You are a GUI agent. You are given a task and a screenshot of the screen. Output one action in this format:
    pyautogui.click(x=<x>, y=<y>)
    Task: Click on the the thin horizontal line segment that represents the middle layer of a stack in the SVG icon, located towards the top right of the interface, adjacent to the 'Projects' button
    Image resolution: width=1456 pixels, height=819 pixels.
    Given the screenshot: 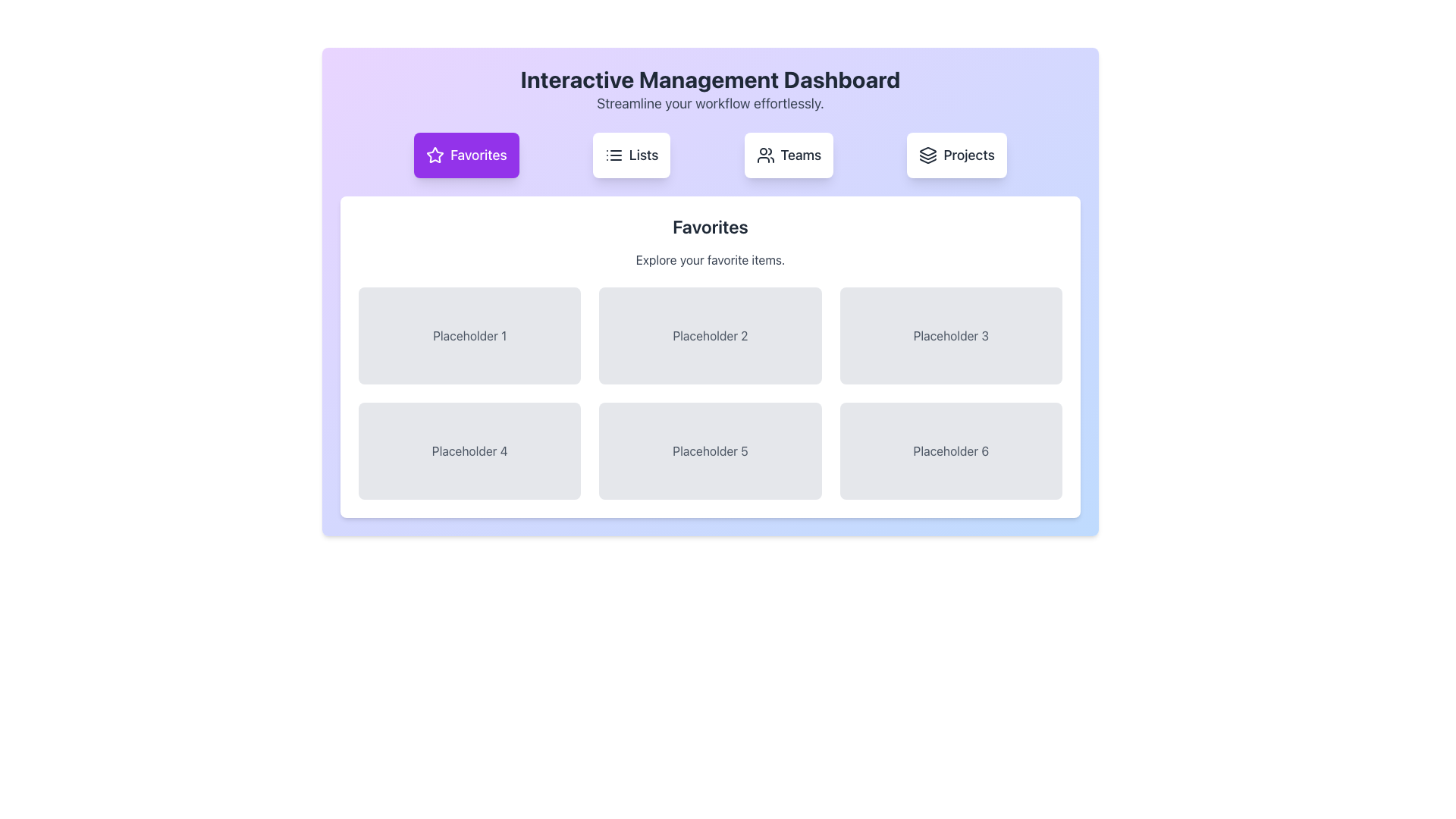 What is the action you would take?
    pyautogui.click(x=927, y=157)
    